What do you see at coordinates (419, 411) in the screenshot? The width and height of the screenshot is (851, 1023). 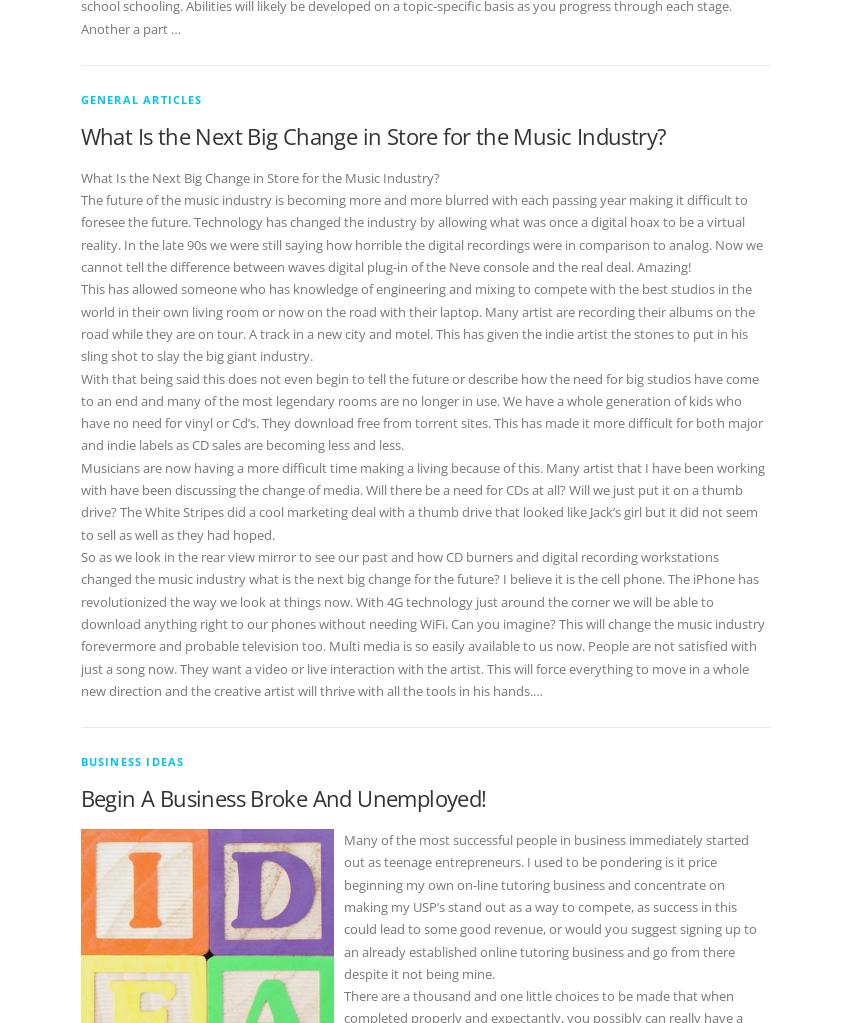 I see `'With that being said this does not even begin to tell the future or describe how the need for big studios have come to an end and many of the most legendary rooms are no longer in use.  We have a whole generation of kids who have no need for vinyl or Cd’s.  They download free from torrent sites.  This has made it more difficult for both major and indie labels as CD sales are becoming less and less.'` at bounding box center [419, 411].